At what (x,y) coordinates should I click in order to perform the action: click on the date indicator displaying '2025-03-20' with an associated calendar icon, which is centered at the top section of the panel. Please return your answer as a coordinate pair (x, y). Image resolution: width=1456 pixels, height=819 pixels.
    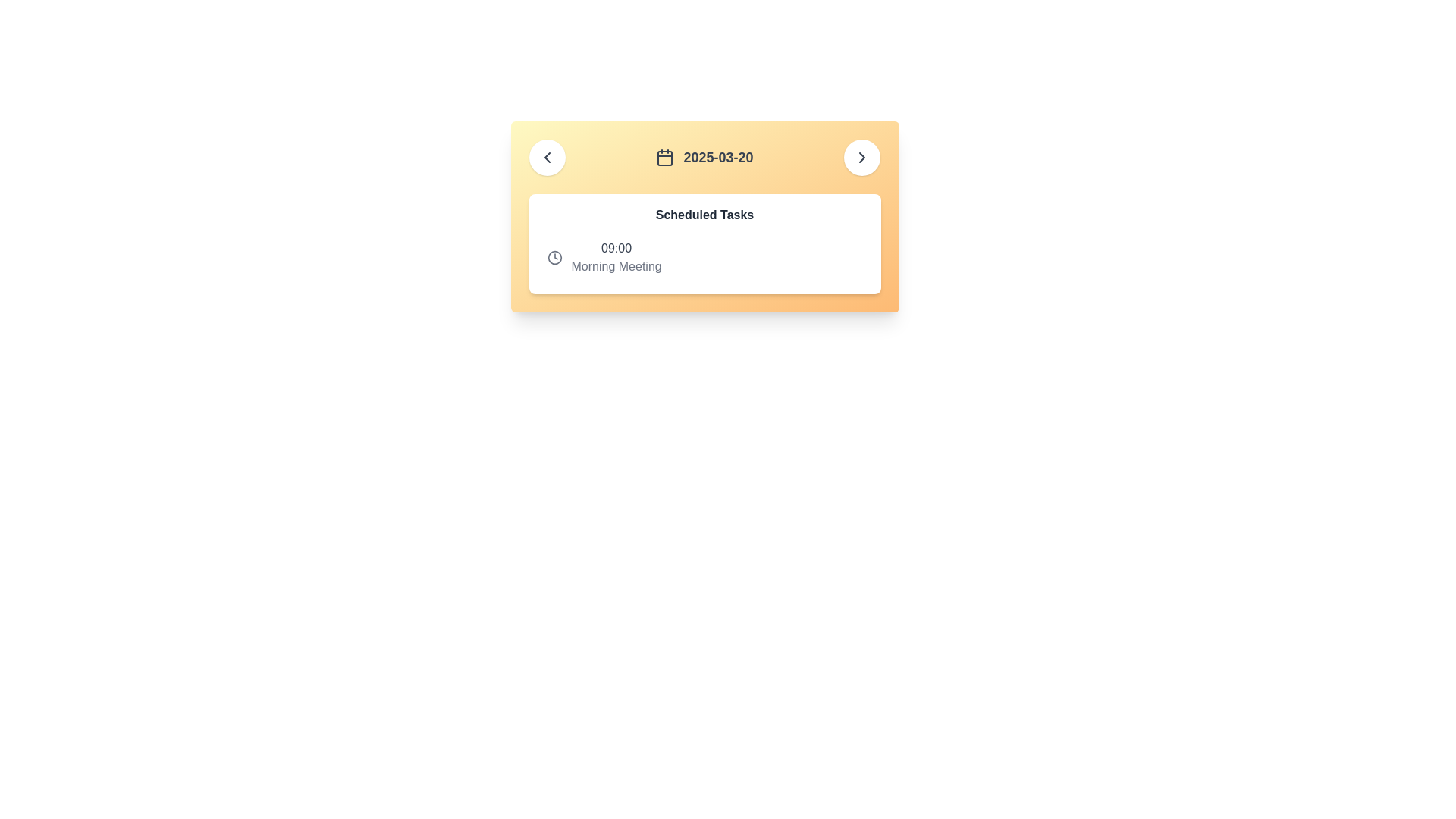
    Looking at the image, I should click on (704, 158).